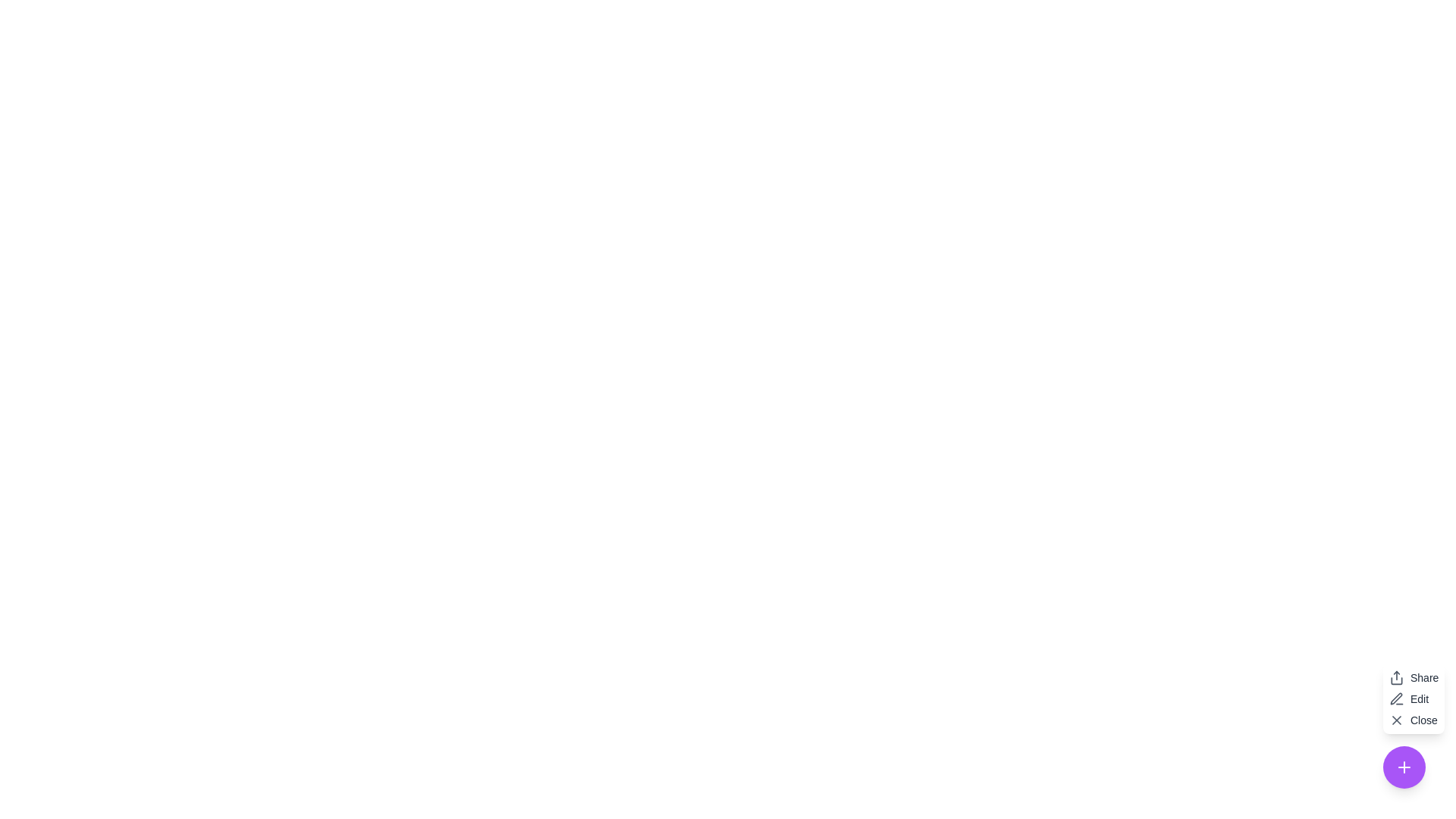 Image resolution: width=1456 pixels, height=819 pixels. I want to click on the 'Share' text label styled with 'text-sm text-gray-800' located in the bottom-right corner of the contextual menu, so click(1423, 677).